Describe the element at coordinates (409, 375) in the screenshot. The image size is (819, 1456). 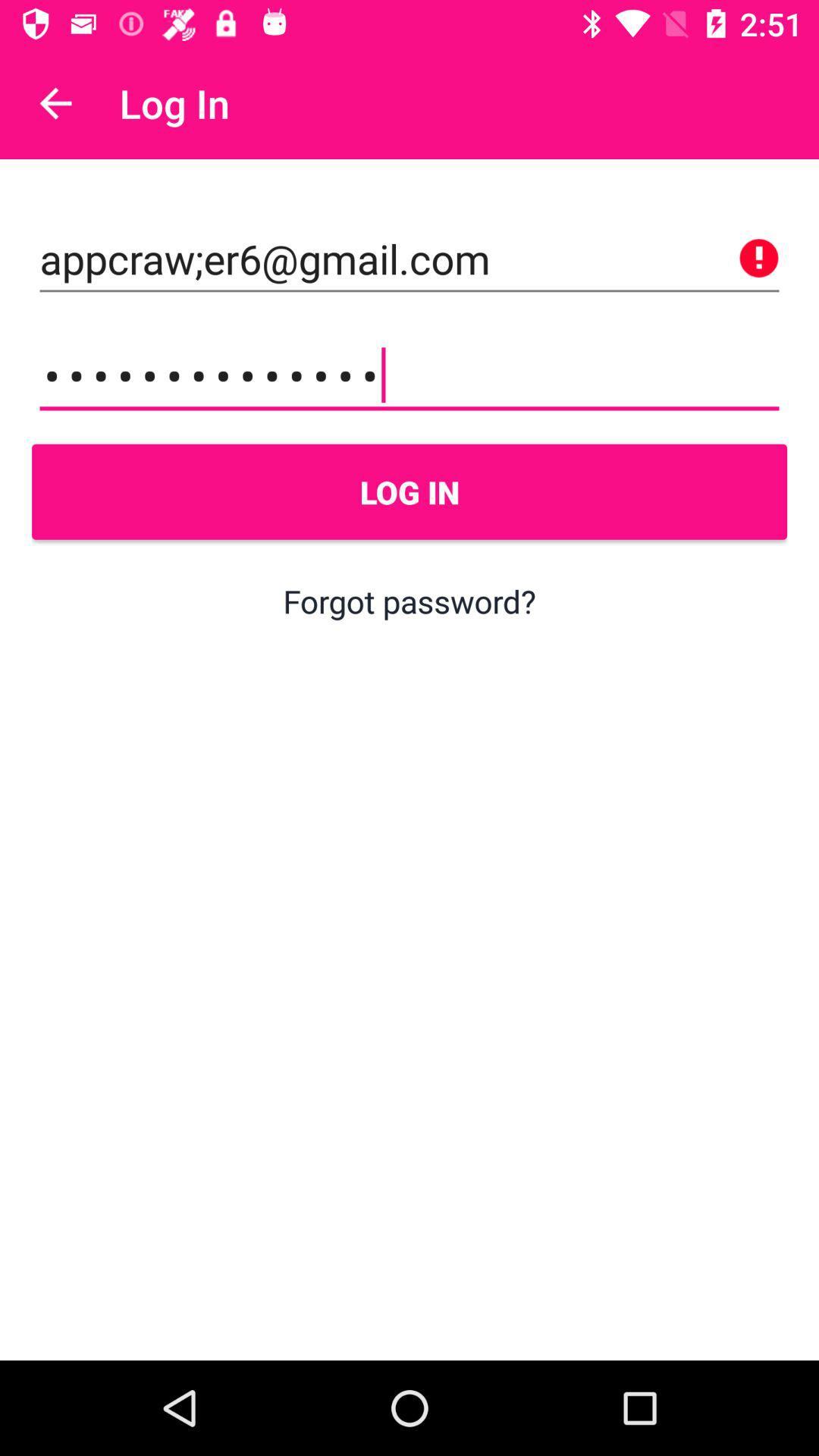
I see `appcrawler3116 icon` at that location.